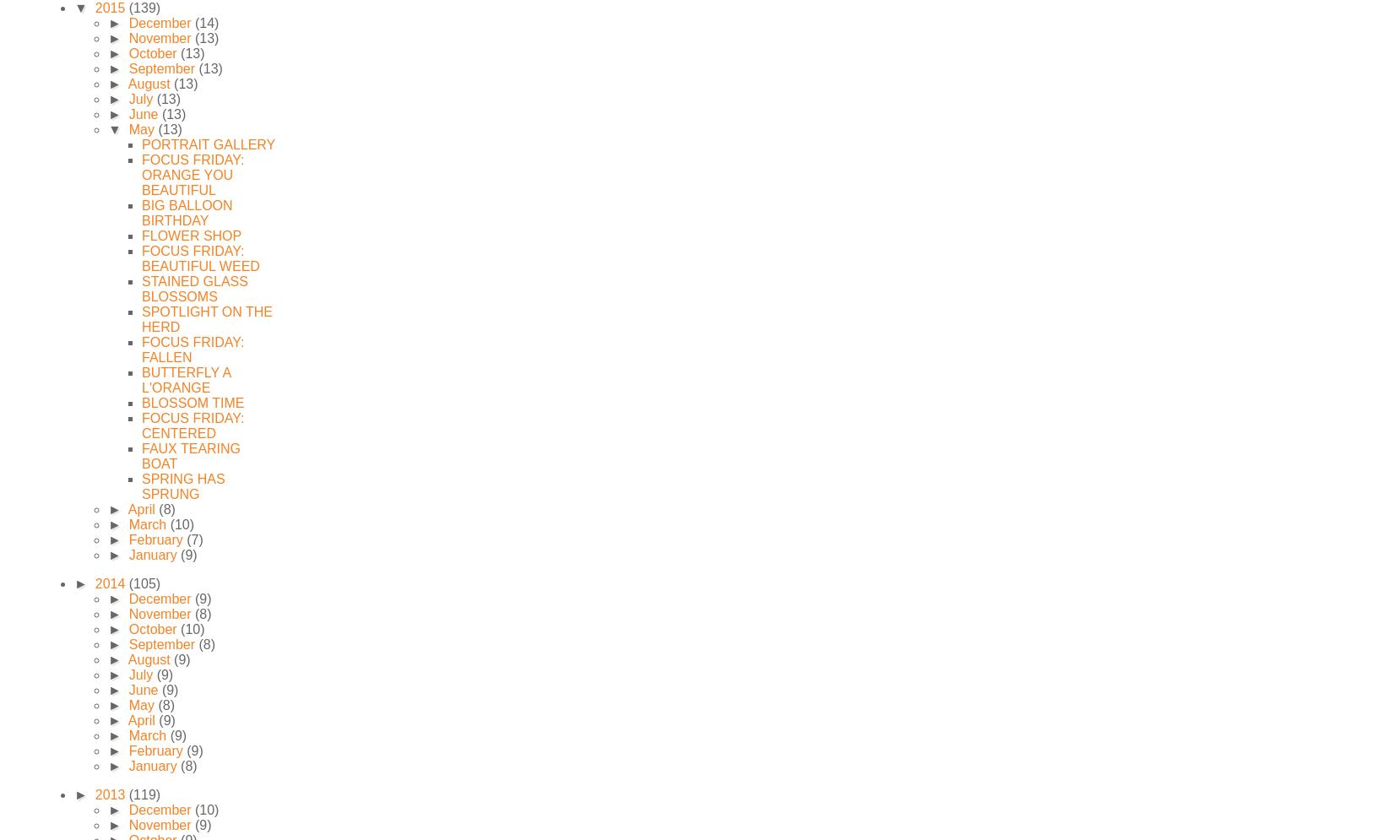 The height and width of the screenshot is (840, 1400). Describe the element at coordinates (193, 425) in the screenshot. I see `'FOCUS FRIDAY: CENTERED'` at that location.